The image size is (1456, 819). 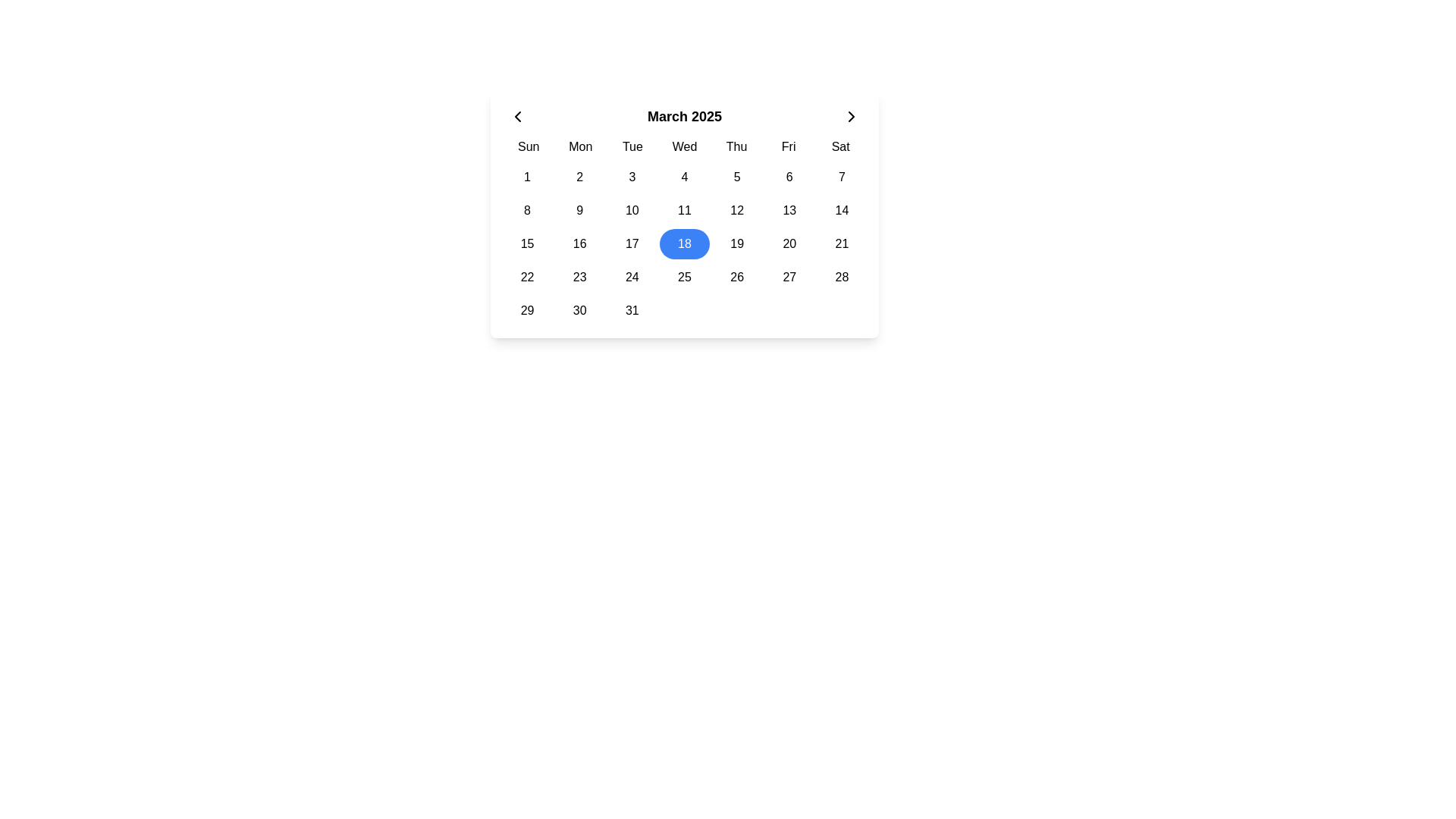 I want to click on the interactive button representing the 15th day of the month in the calendar widget, so click(x=527, y=243).